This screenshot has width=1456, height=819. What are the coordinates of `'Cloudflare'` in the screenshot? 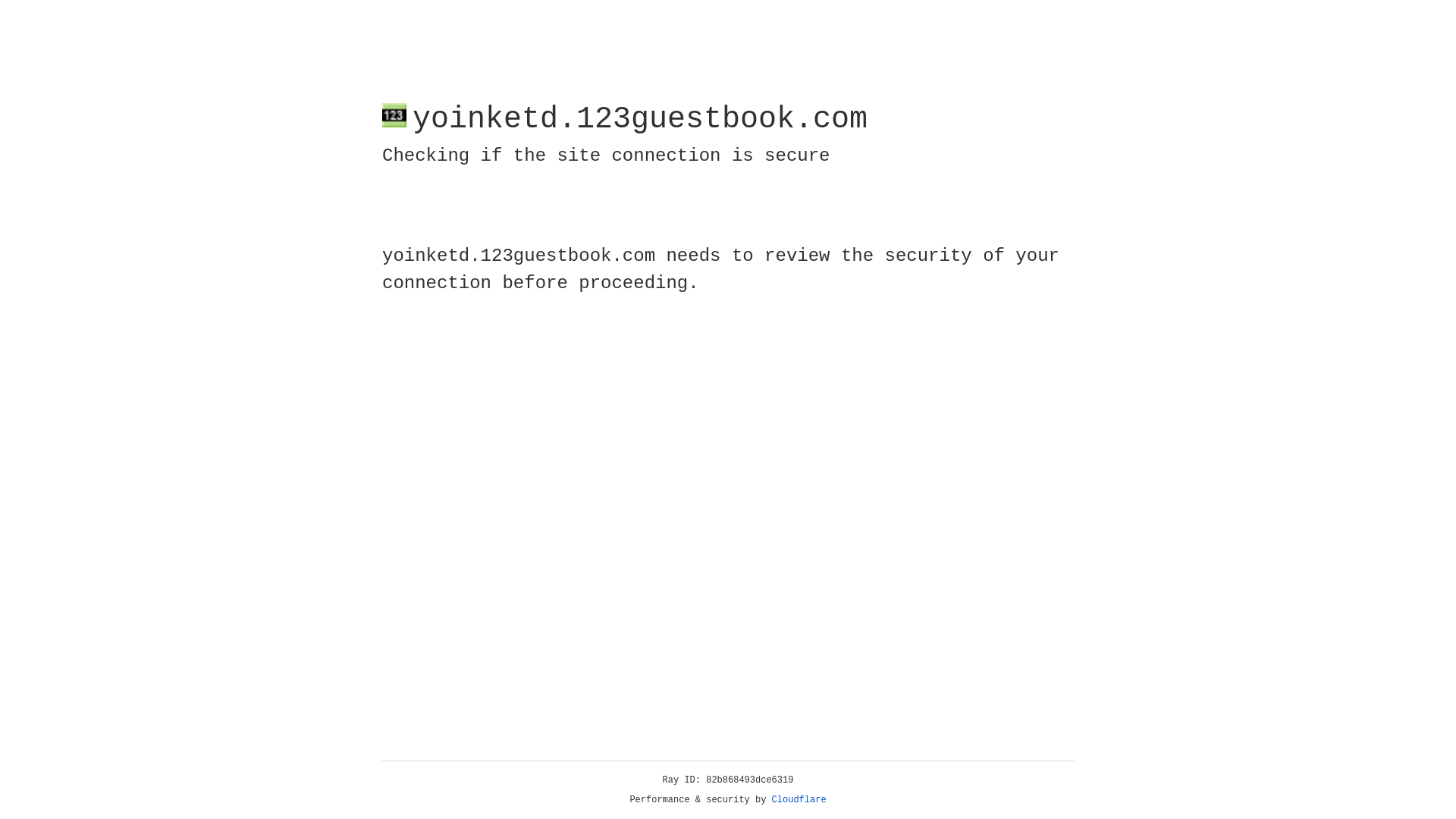 It's located at (771, 799).